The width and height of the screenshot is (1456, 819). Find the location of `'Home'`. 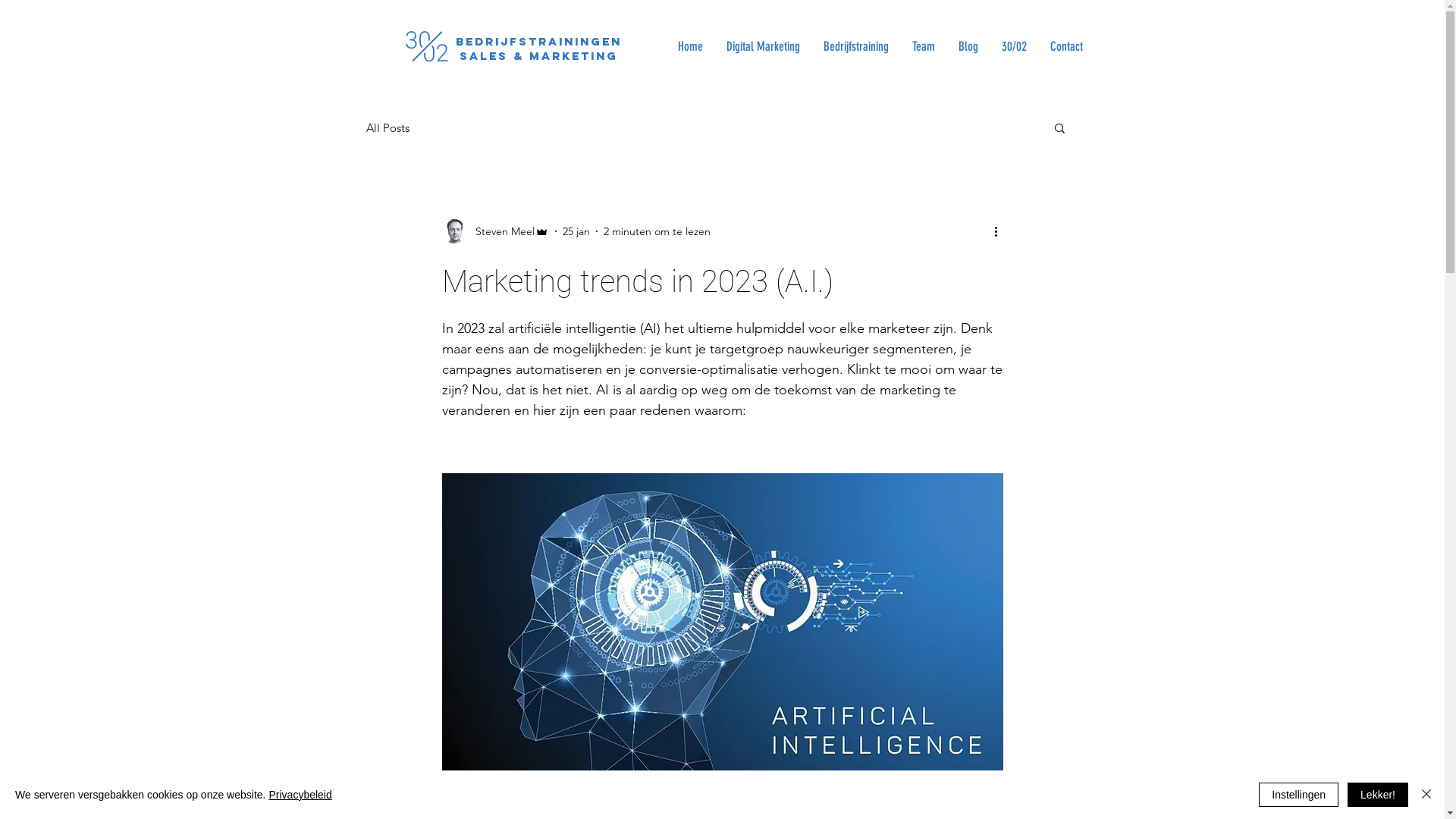

'Home' is located at coordinates (689, 45).